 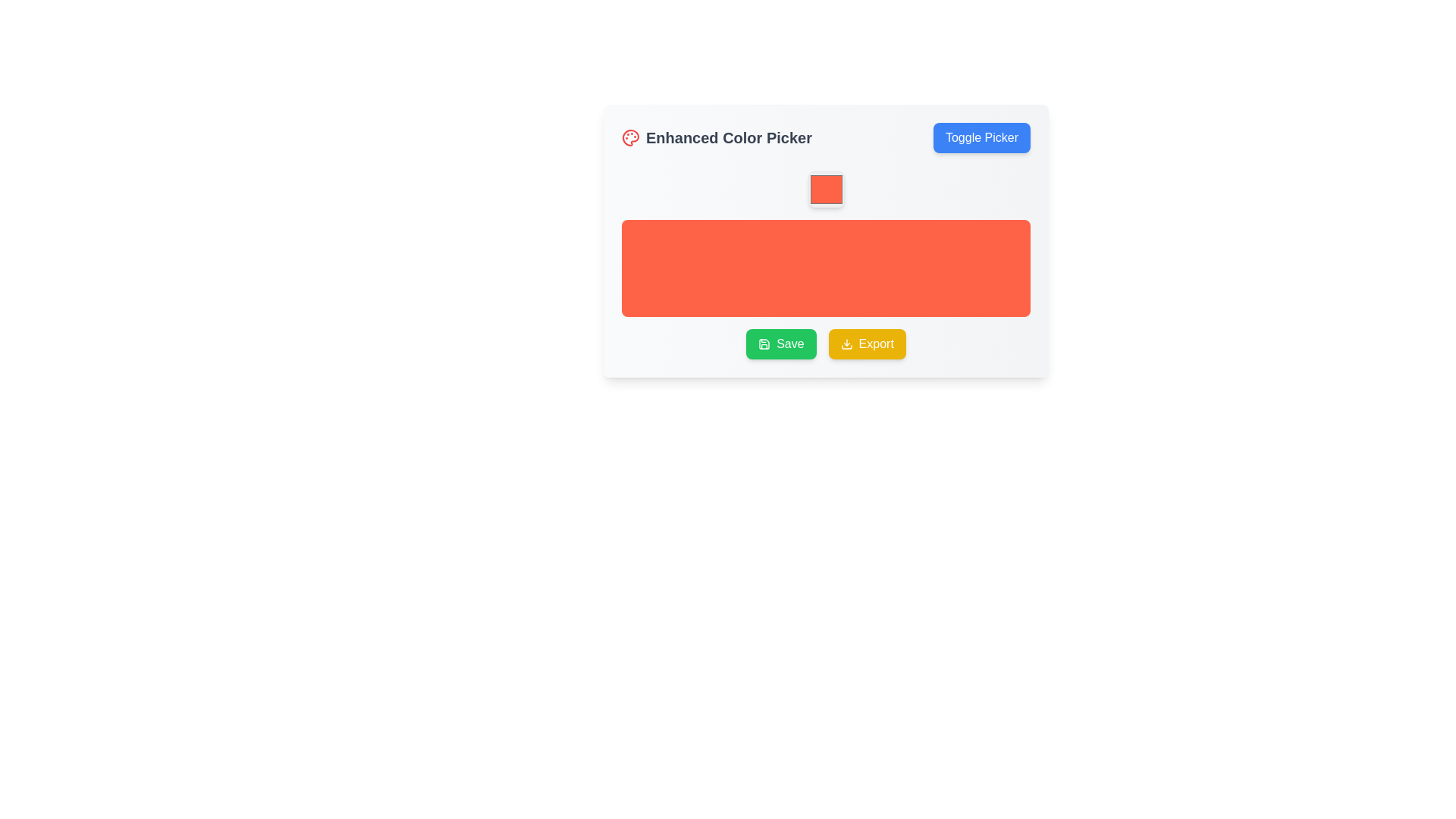 What do you see at coordinates (825, 344) in the screenshot?
I see `the 'Export' button` at bounding box center [825, 344].